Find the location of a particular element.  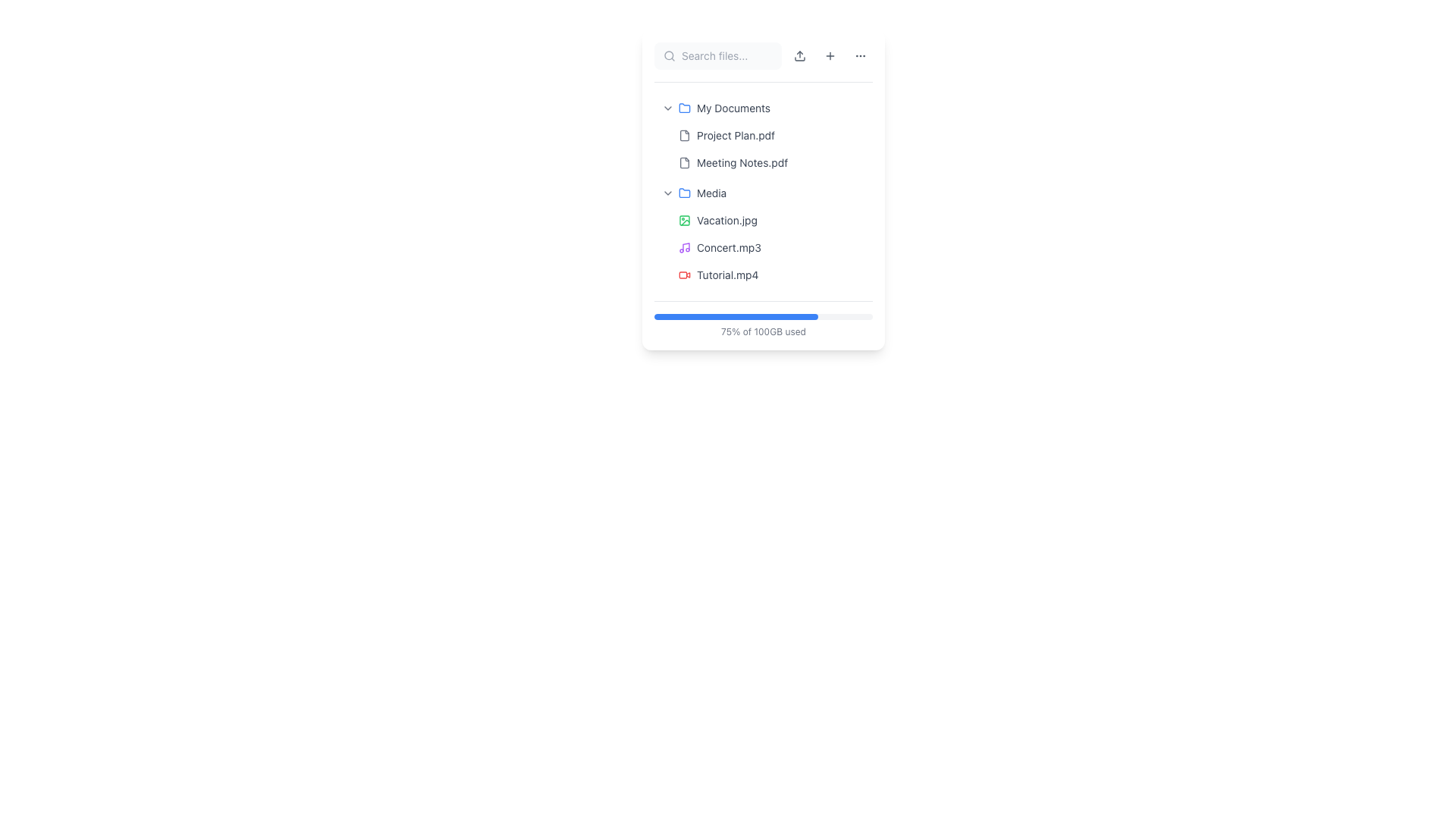

the button that initiates the file upload operation, located on the right side of the search bar, to trigger a visual effect is located at coordinates (799, 55).